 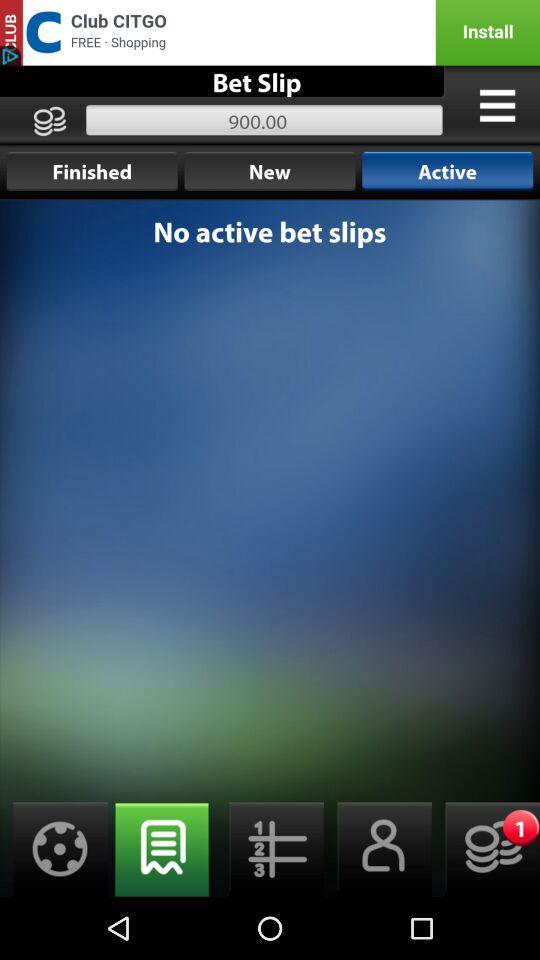 What do you see at coordinates (270, 848) in the screenshot?
I see `the middle button below no active bet slips` at bounding box center [270, 848].